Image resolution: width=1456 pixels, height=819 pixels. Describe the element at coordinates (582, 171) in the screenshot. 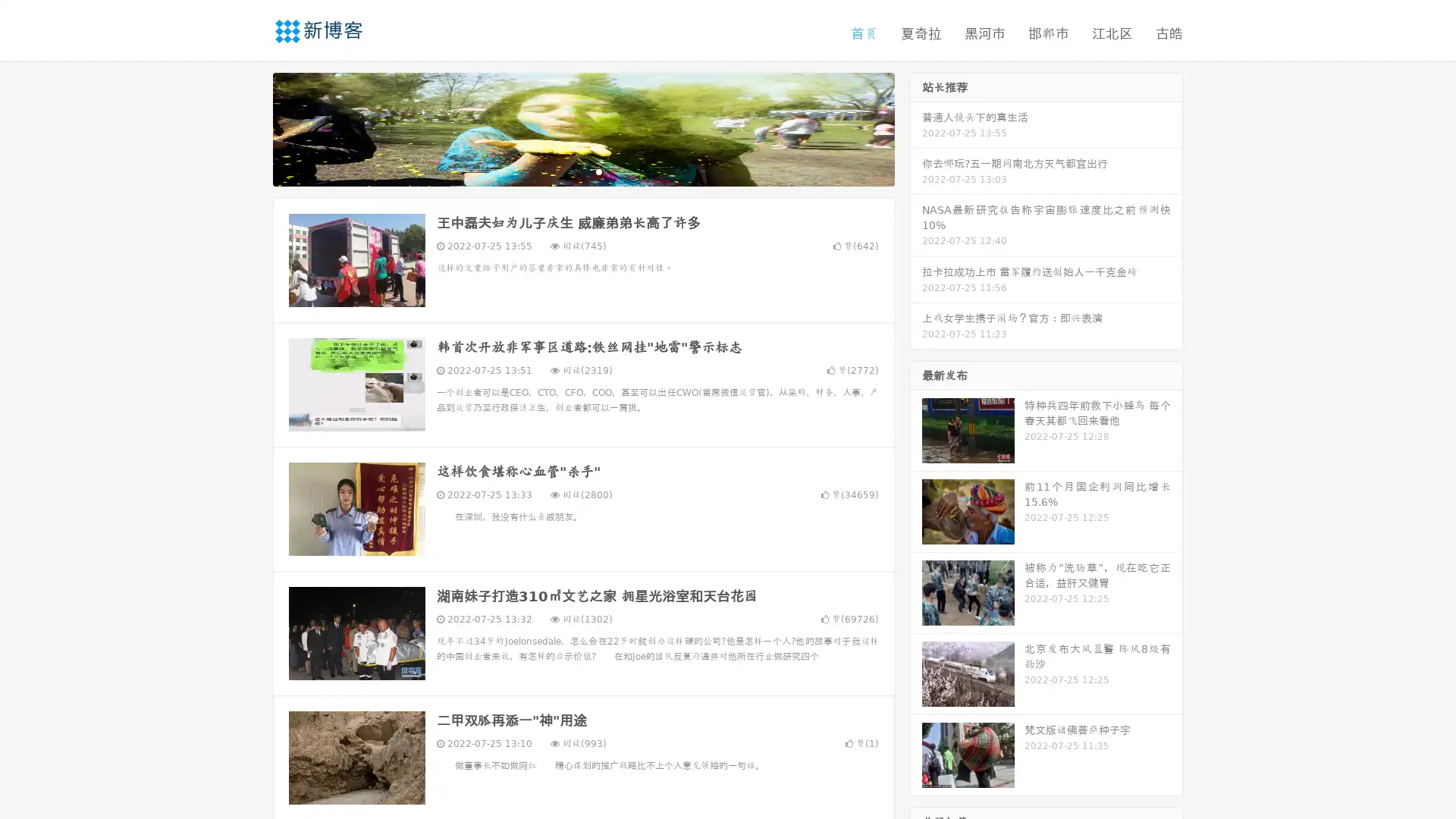

I see `Go to slide 2` at that location.